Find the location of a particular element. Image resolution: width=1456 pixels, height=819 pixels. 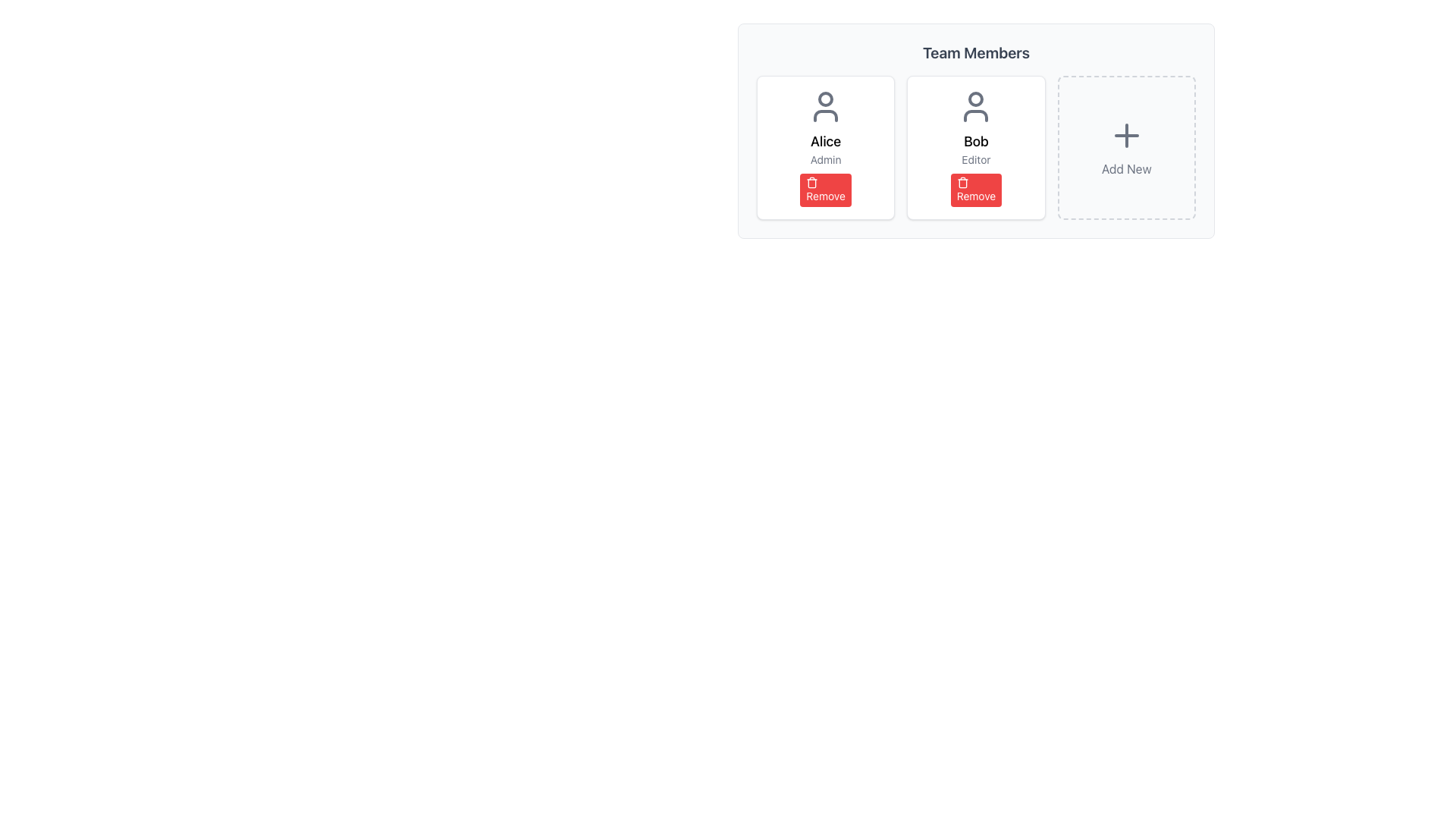

details of the team member card for 'Bob', which includes the user's icon, name, and role, located in the 'Team Members' section is located at coordinates (976, 130).